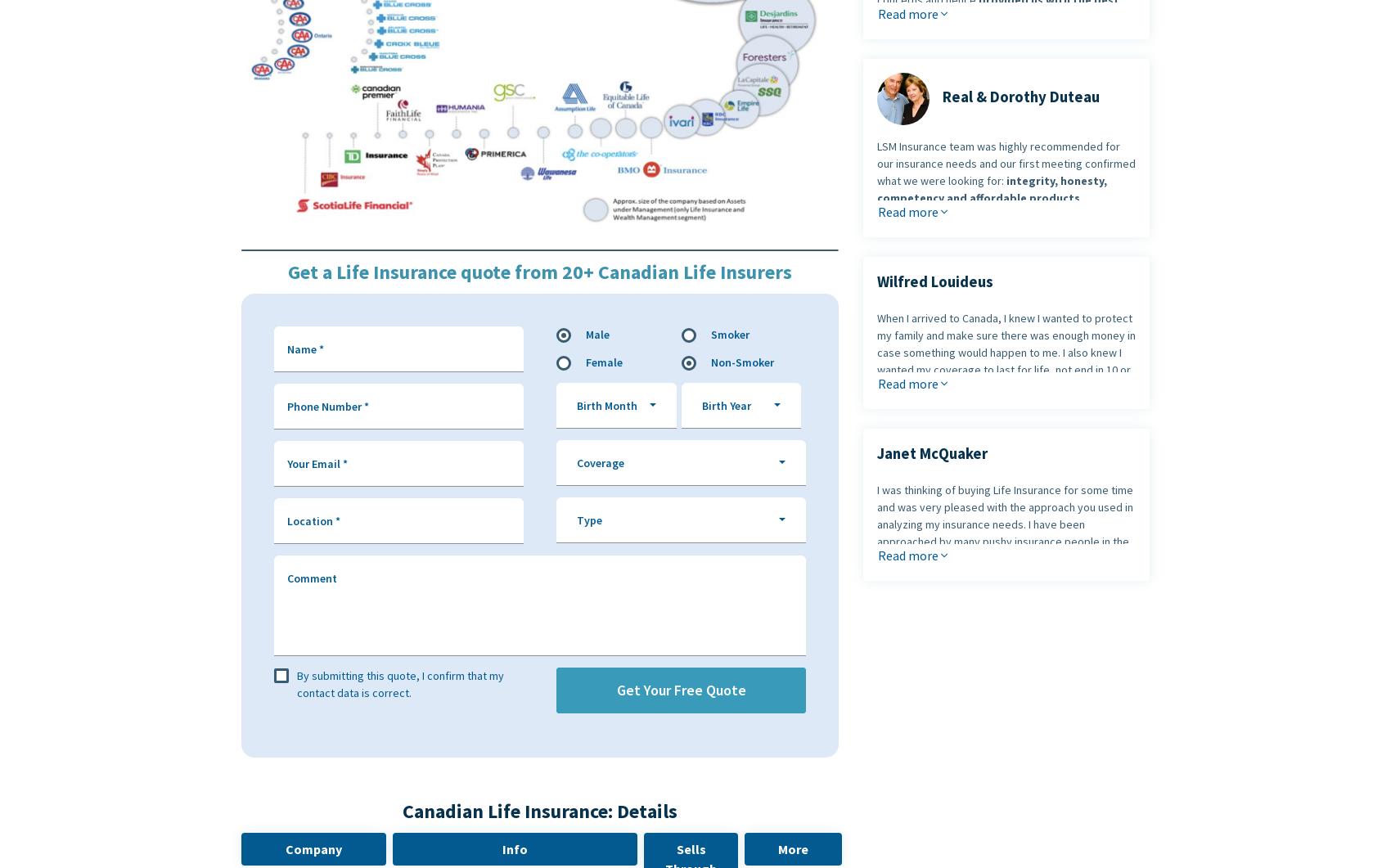  What do you see at coordinates (741, 362) in the screenshot?
I see `'Non-Smoker'` at bounding box center [741, 362].